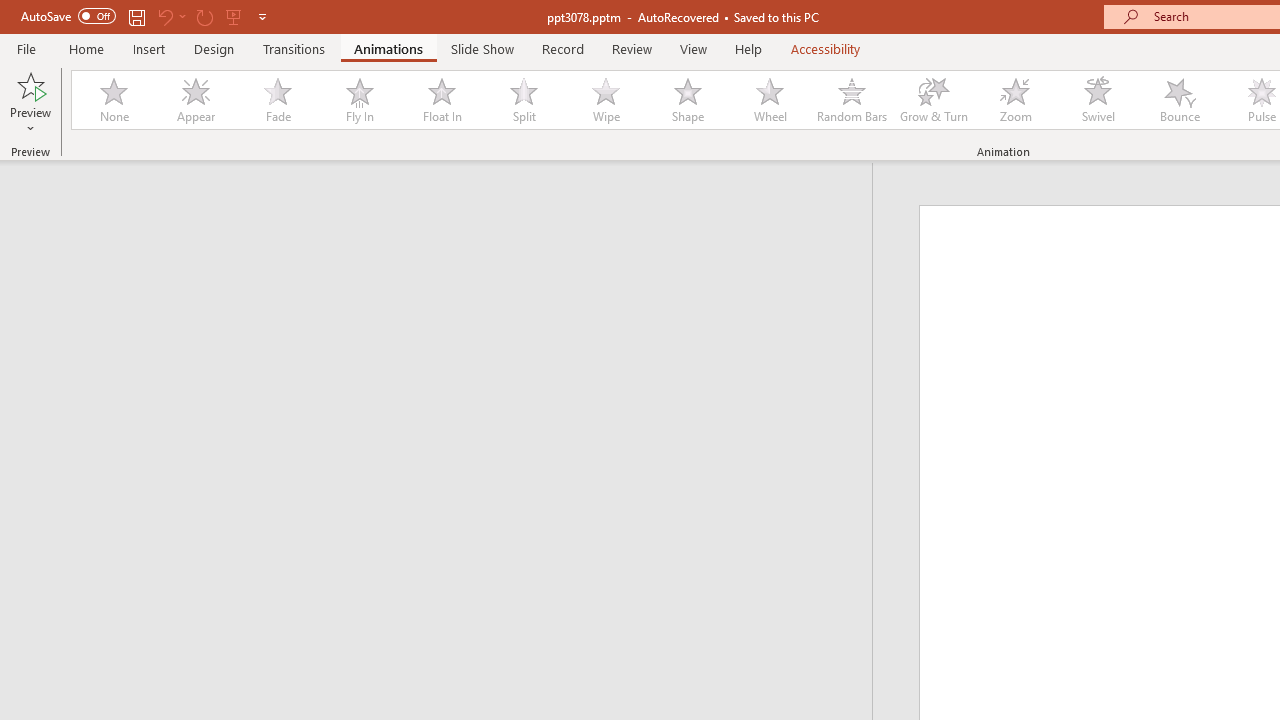  I want to click on 'Insert', so click(148, 48).